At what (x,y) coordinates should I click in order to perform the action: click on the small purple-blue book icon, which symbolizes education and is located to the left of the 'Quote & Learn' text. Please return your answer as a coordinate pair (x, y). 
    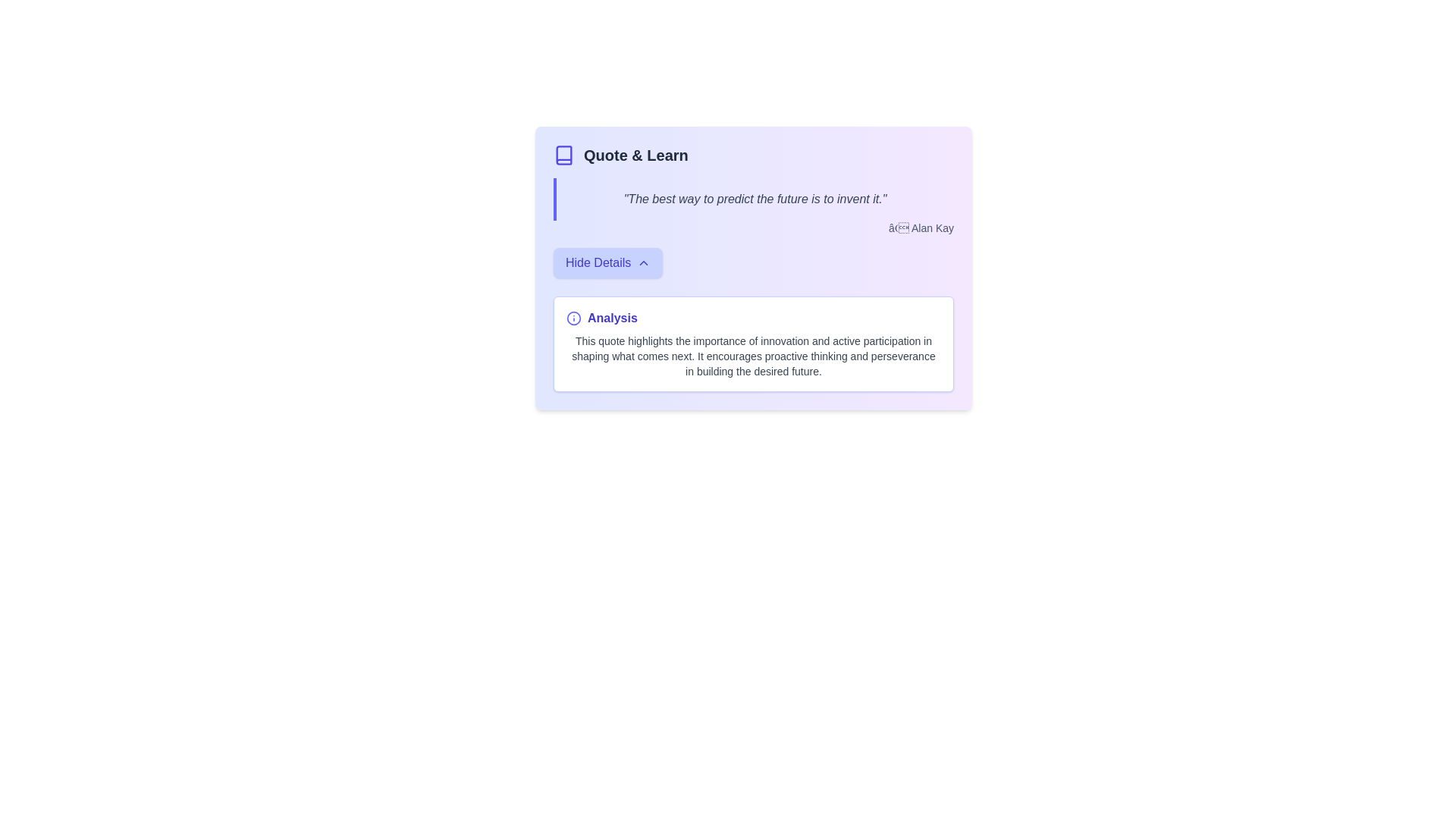
    Looking at the image, I should click on (563, 155).